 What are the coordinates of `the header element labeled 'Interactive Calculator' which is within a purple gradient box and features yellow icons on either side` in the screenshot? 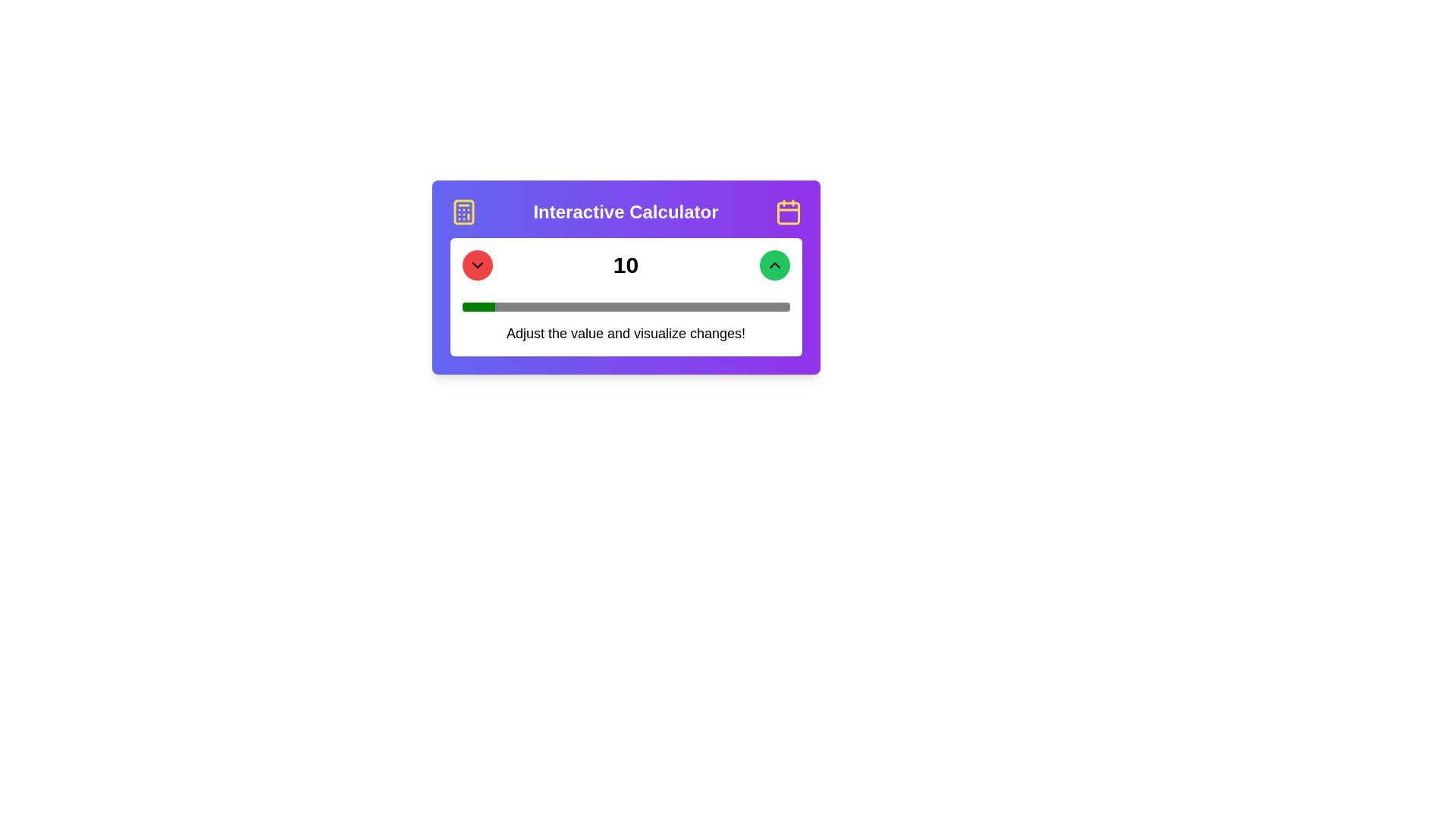 It's located at (626, 212).